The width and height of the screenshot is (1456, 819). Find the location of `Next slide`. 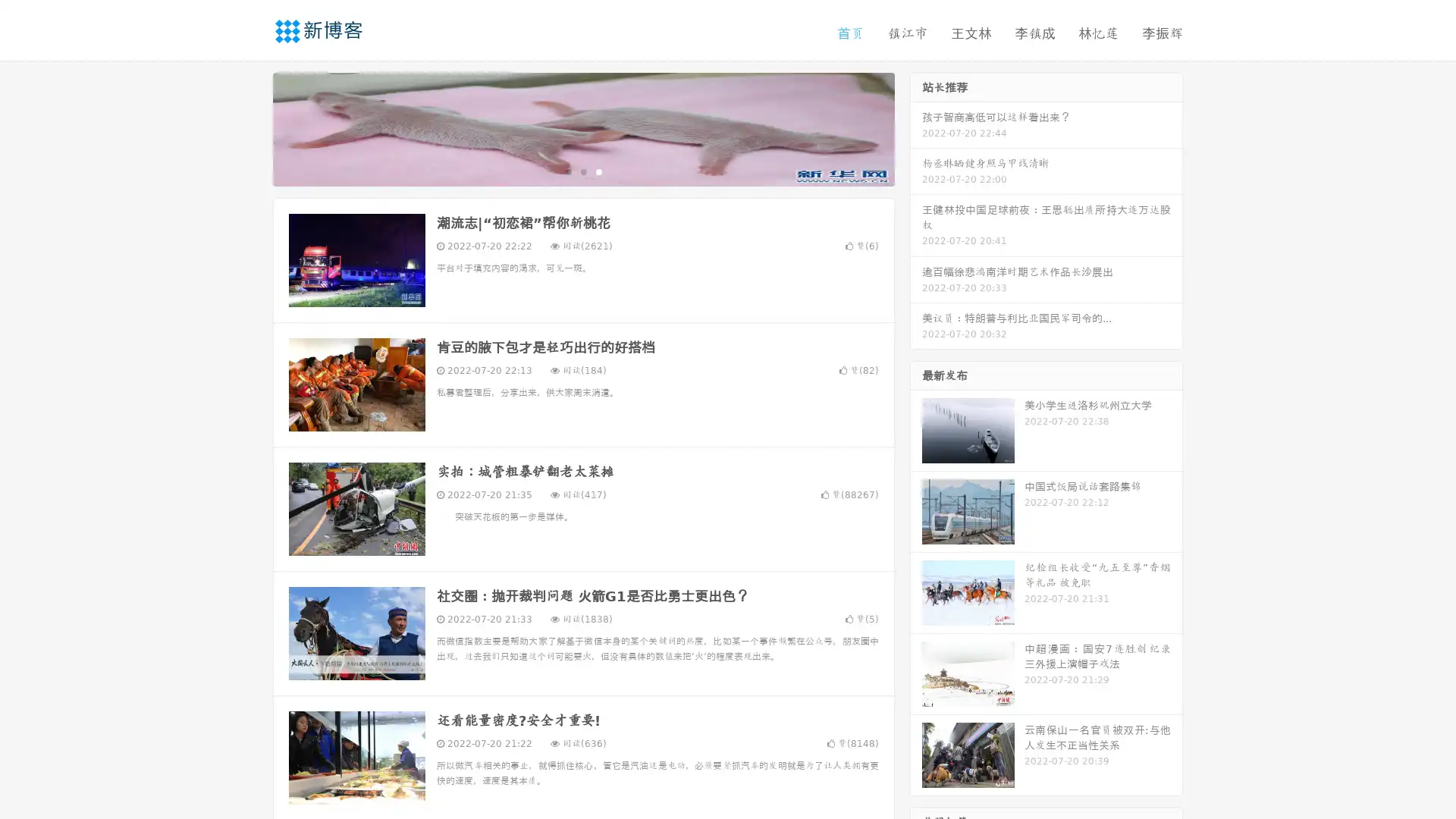

Next slide is located at coordinates (916, 127).